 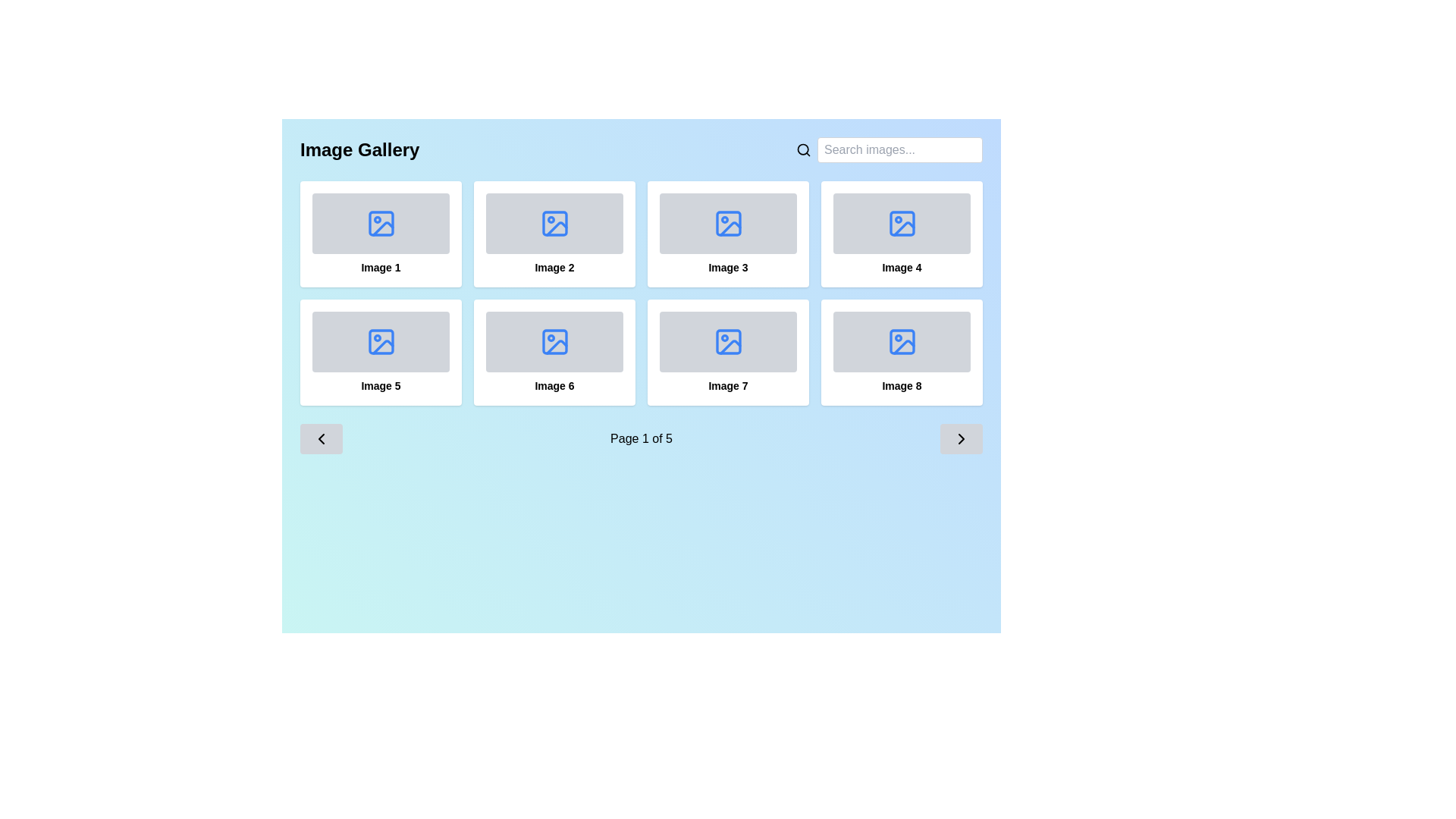 I want to click on the image placeholder, so click(x=902, y=223).